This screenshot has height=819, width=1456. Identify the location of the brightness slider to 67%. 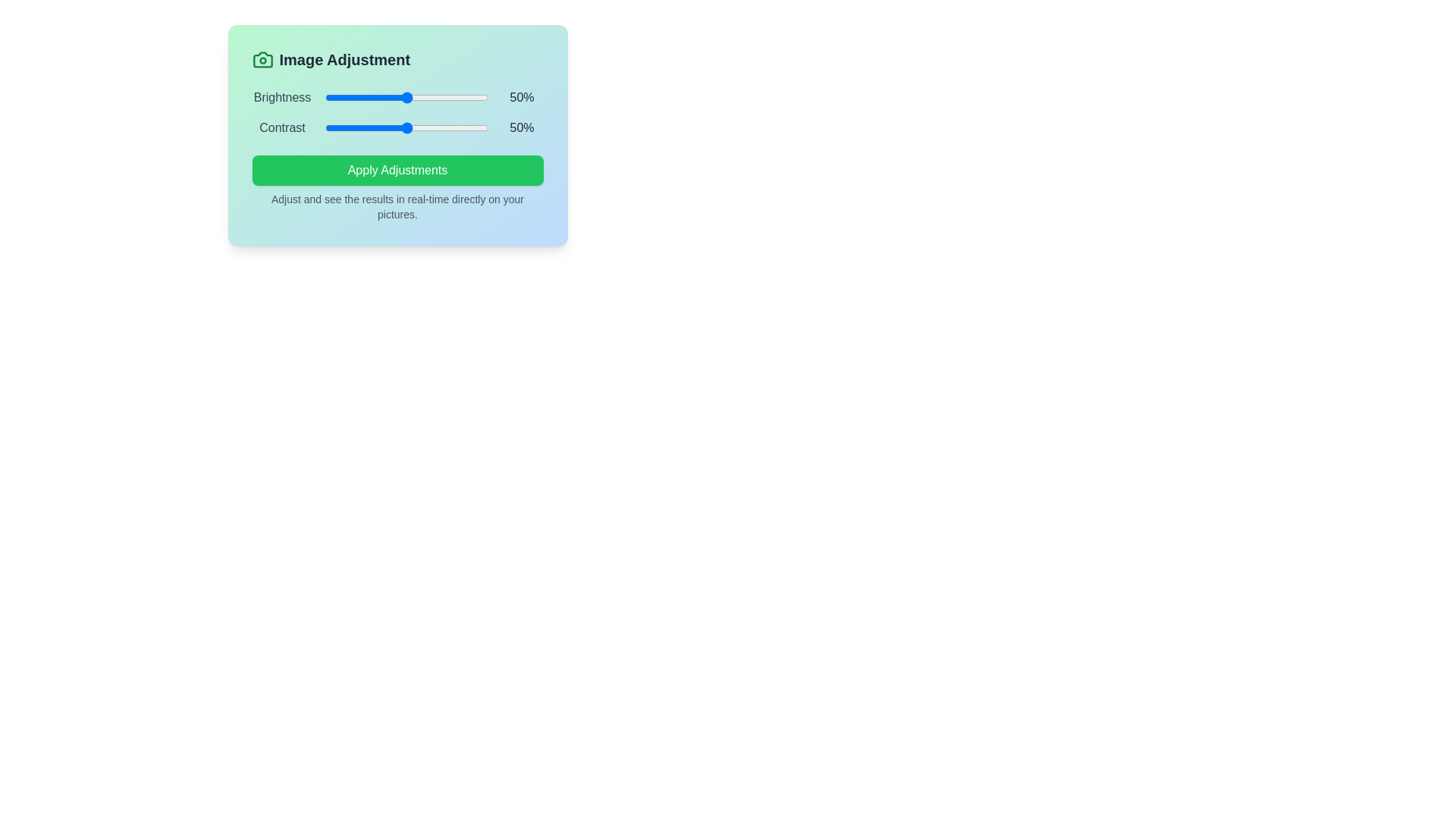
(434, 97).